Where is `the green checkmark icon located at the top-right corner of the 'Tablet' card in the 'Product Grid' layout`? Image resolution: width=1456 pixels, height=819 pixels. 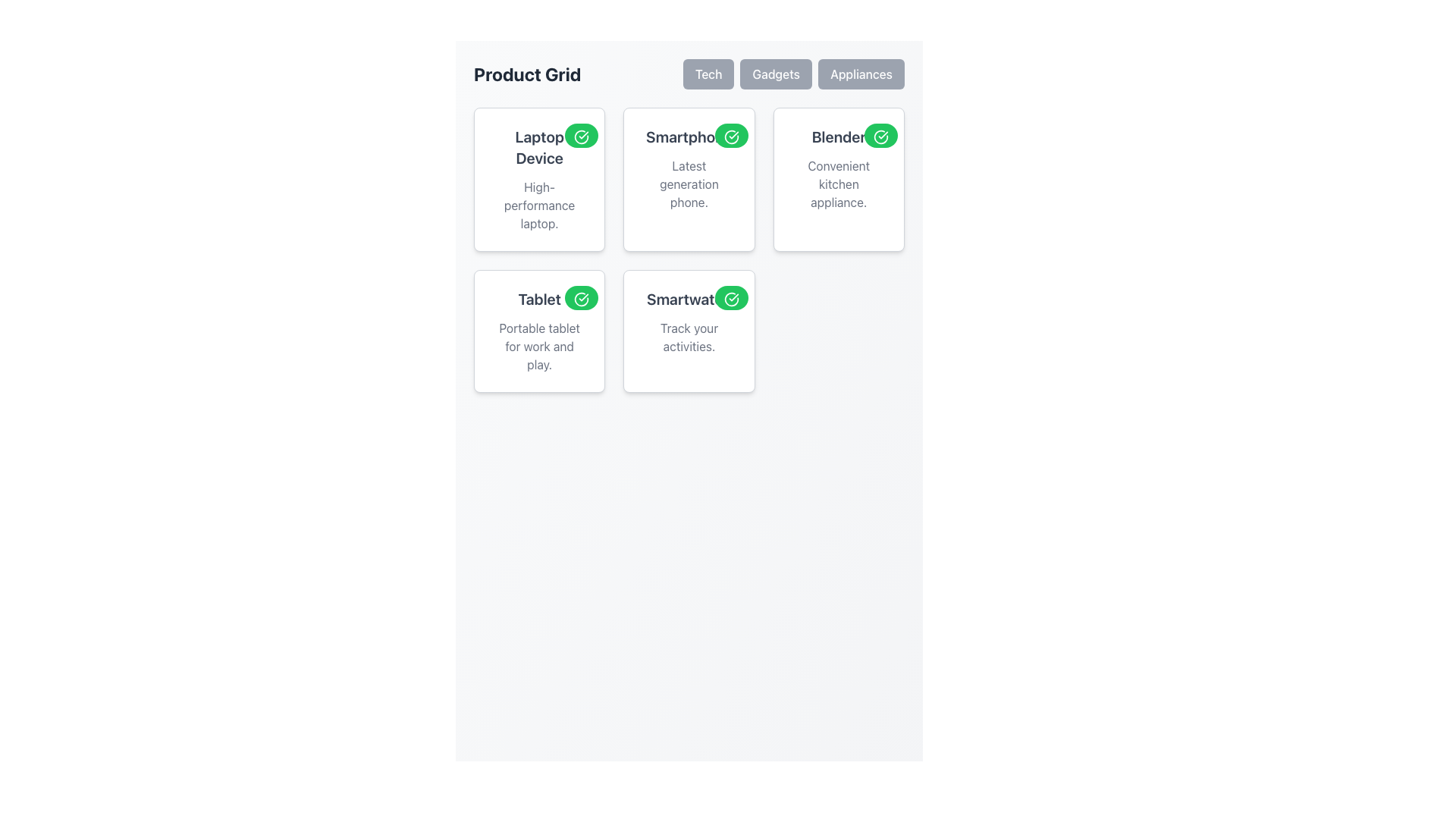
the green checkmark icon located at the top-right corner of the 'Tablet' card in the 'Product Grid' layout is located at coordinates (581, 299).